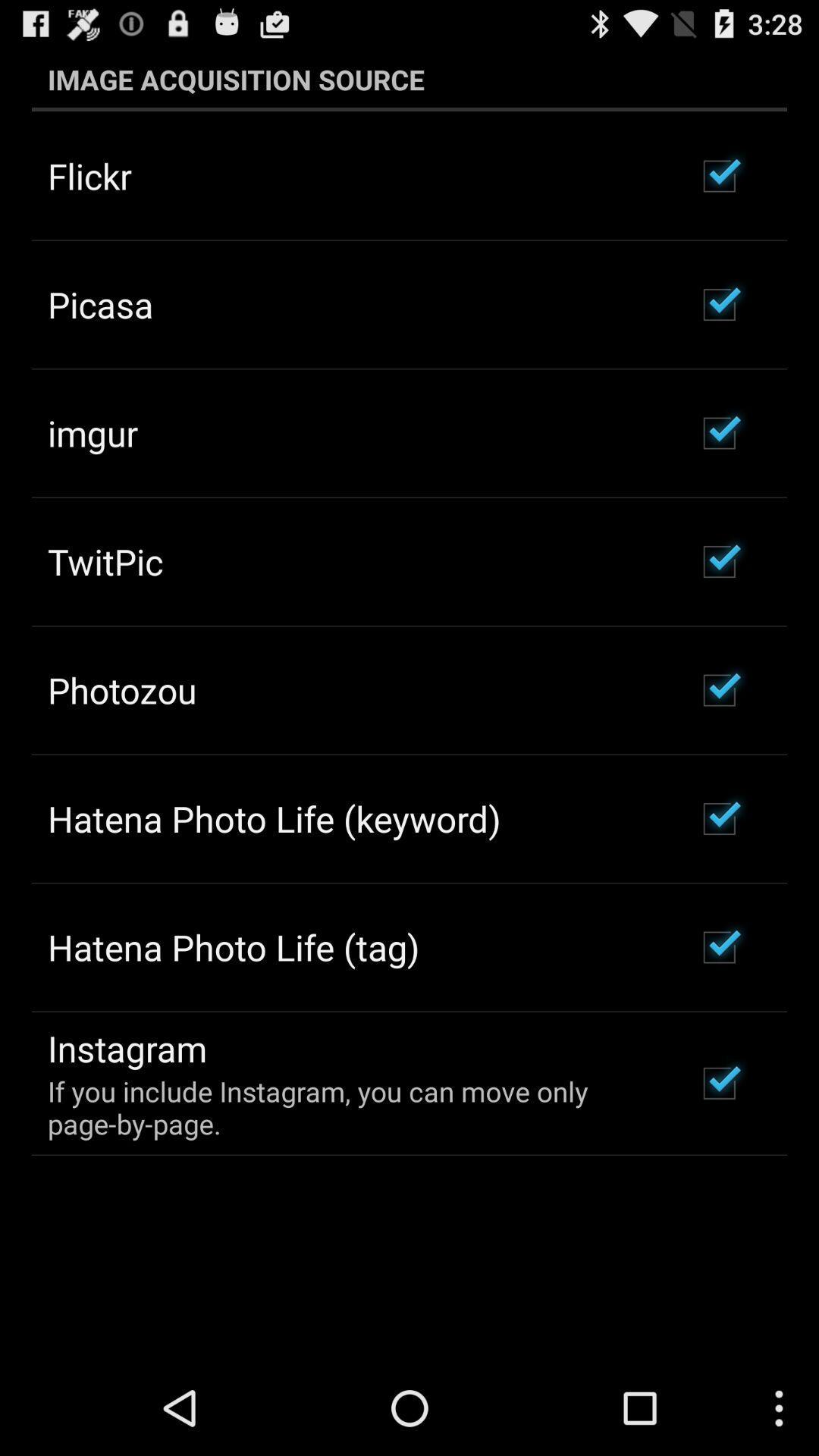  I want to click on the flickr icon, so click(89, 176).